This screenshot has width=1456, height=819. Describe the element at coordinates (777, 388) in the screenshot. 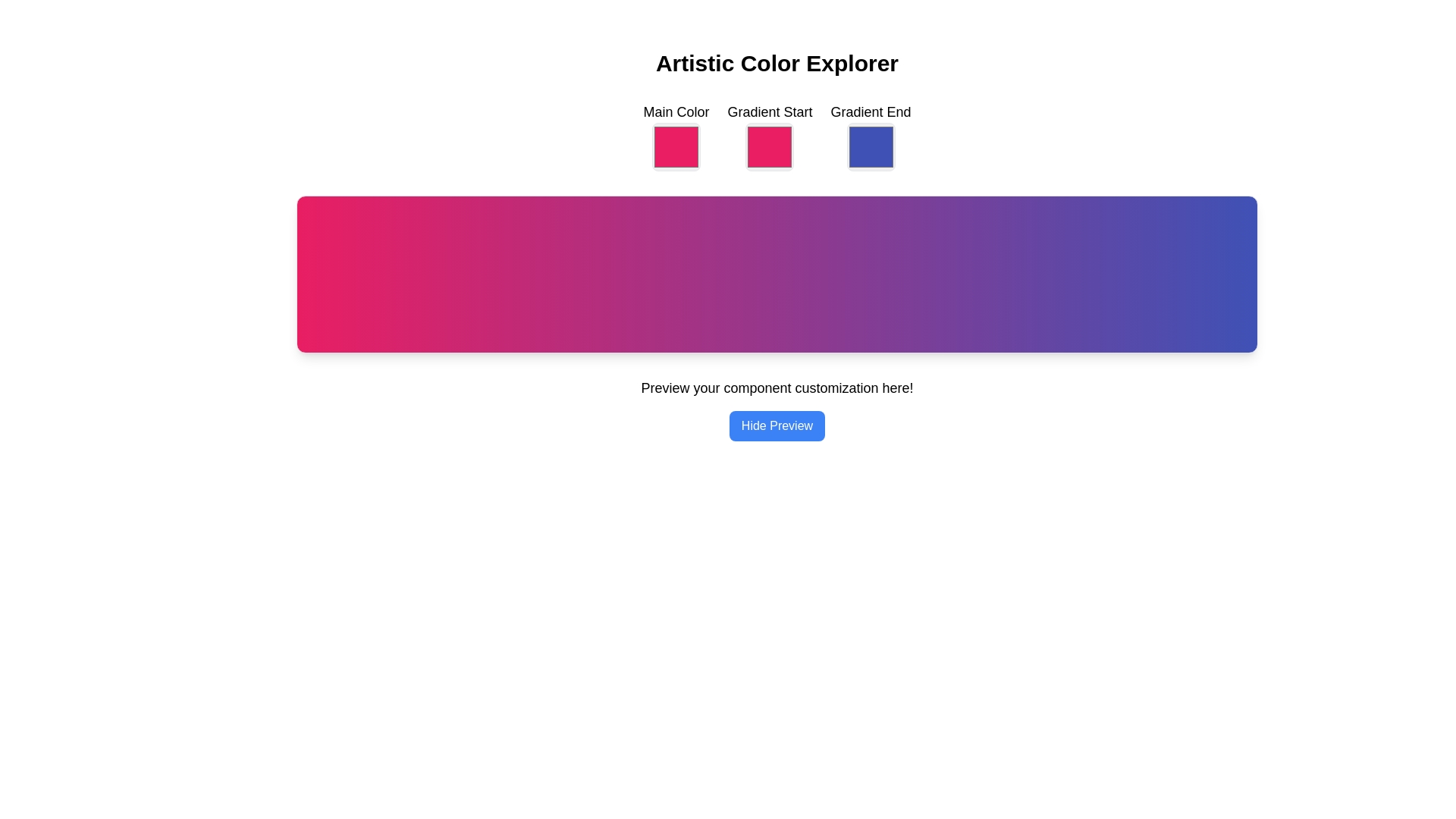

I see `the static text label that reads 'Preview your component customization here!', which is prominently displayed above the 'Hide Preview' button` at that location.